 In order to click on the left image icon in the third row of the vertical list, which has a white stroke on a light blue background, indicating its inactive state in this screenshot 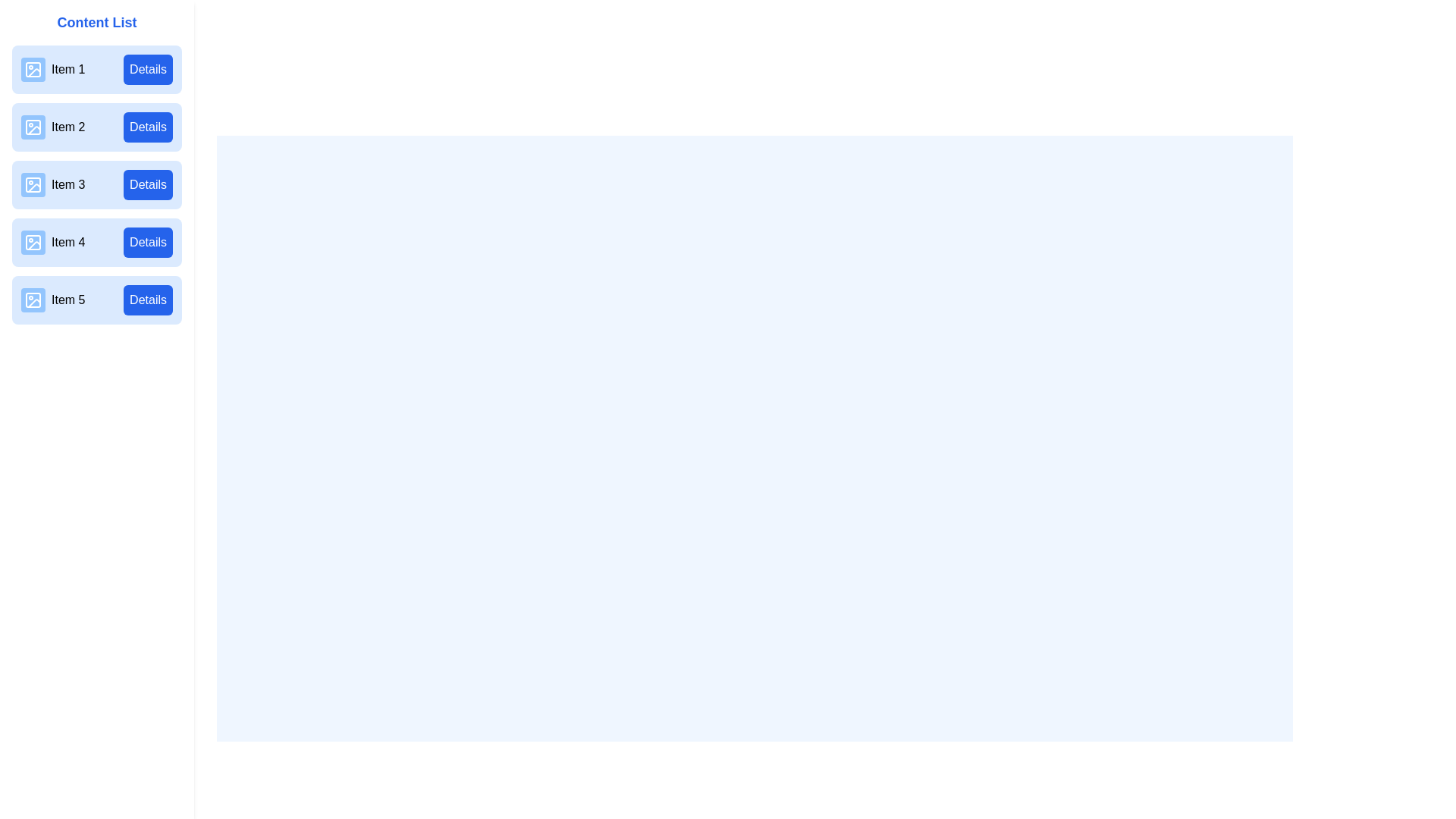, I will do `click(33, 184)`.